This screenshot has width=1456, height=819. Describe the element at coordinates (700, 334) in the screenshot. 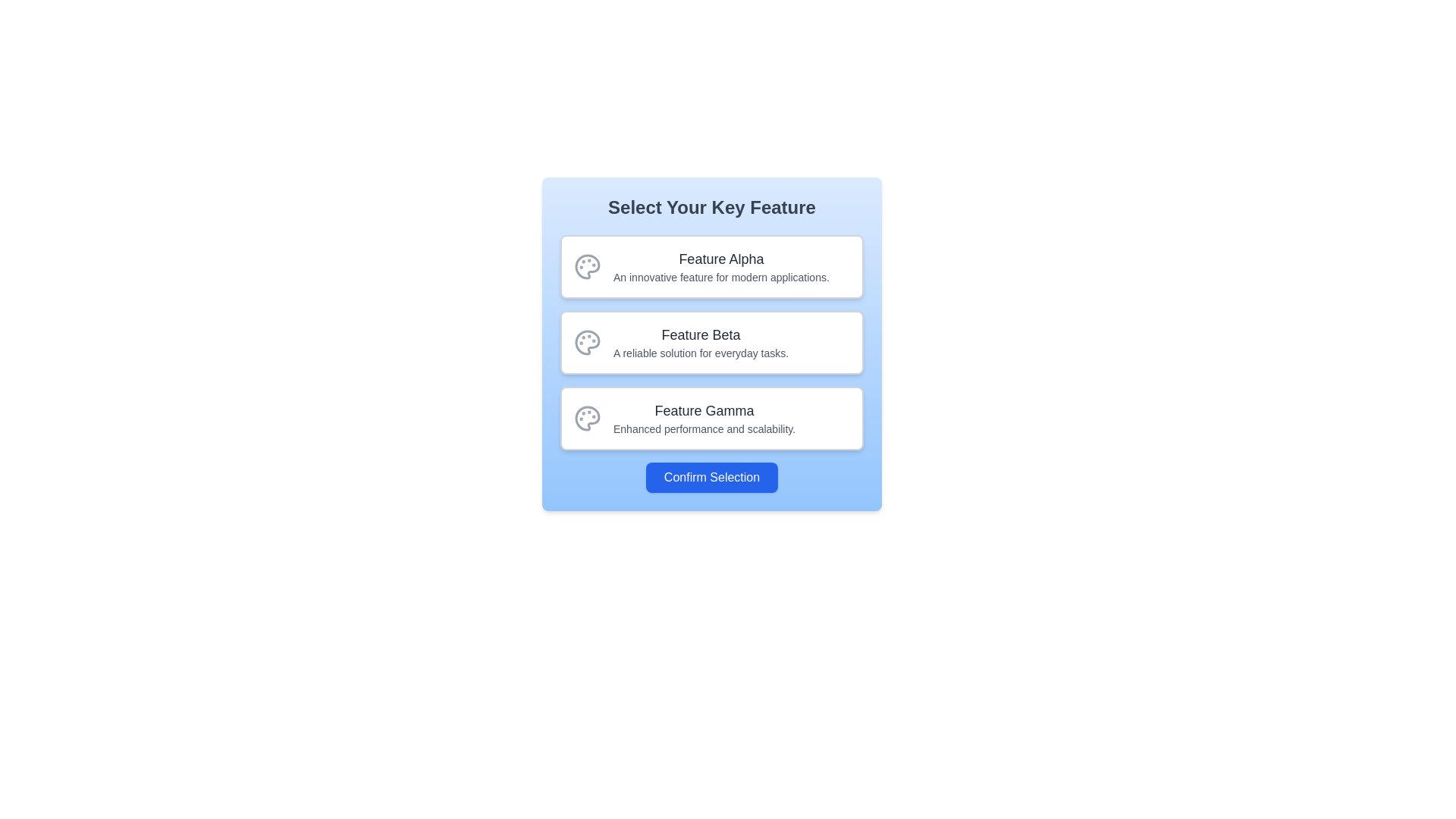

I see `Text heading that describes the feature named 'Feature Beta', which is centrally aligned and positioned above the descriptive text` at that location.